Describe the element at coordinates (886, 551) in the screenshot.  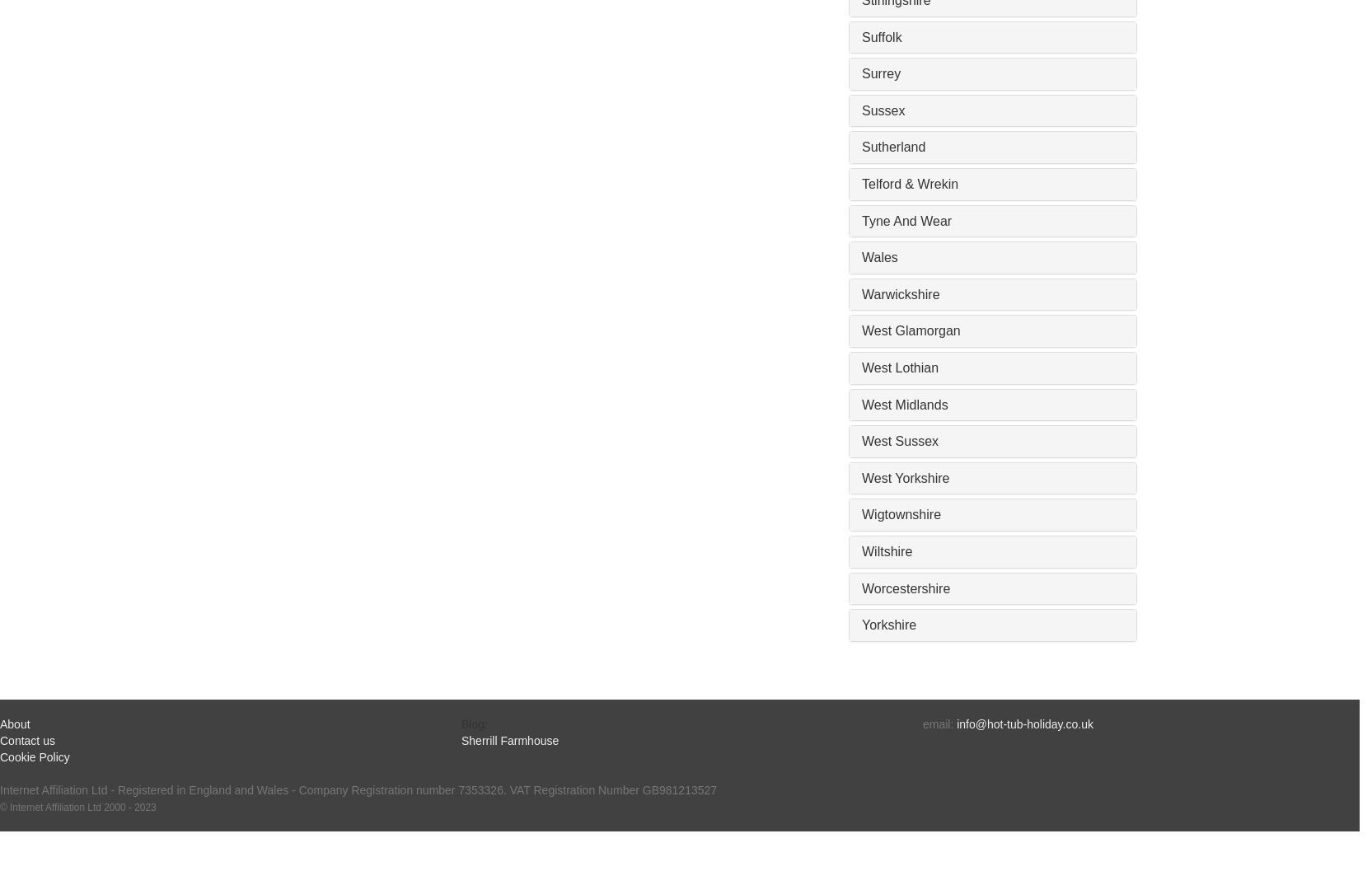
I see `'Wiltshire'` at that location.